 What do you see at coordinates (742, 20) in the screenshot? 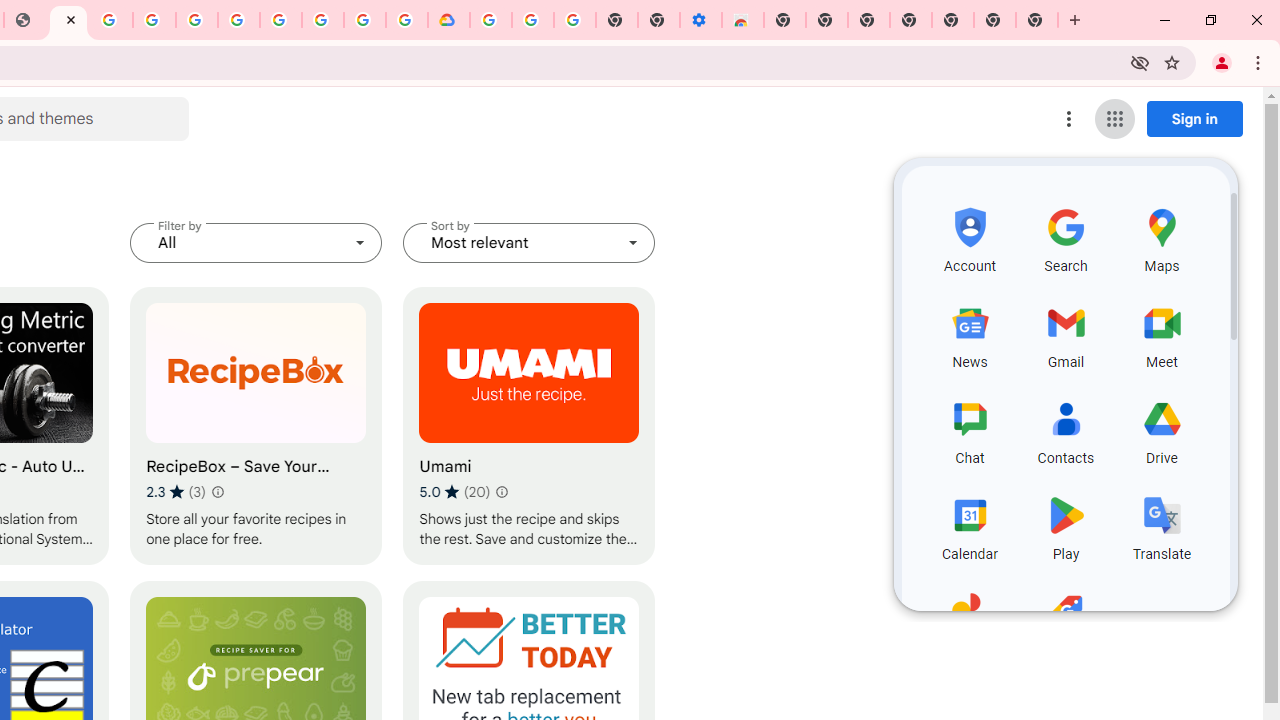
I see `'Chrome Web Store - Accessibility extensions'` at bounding box center [742, 20].